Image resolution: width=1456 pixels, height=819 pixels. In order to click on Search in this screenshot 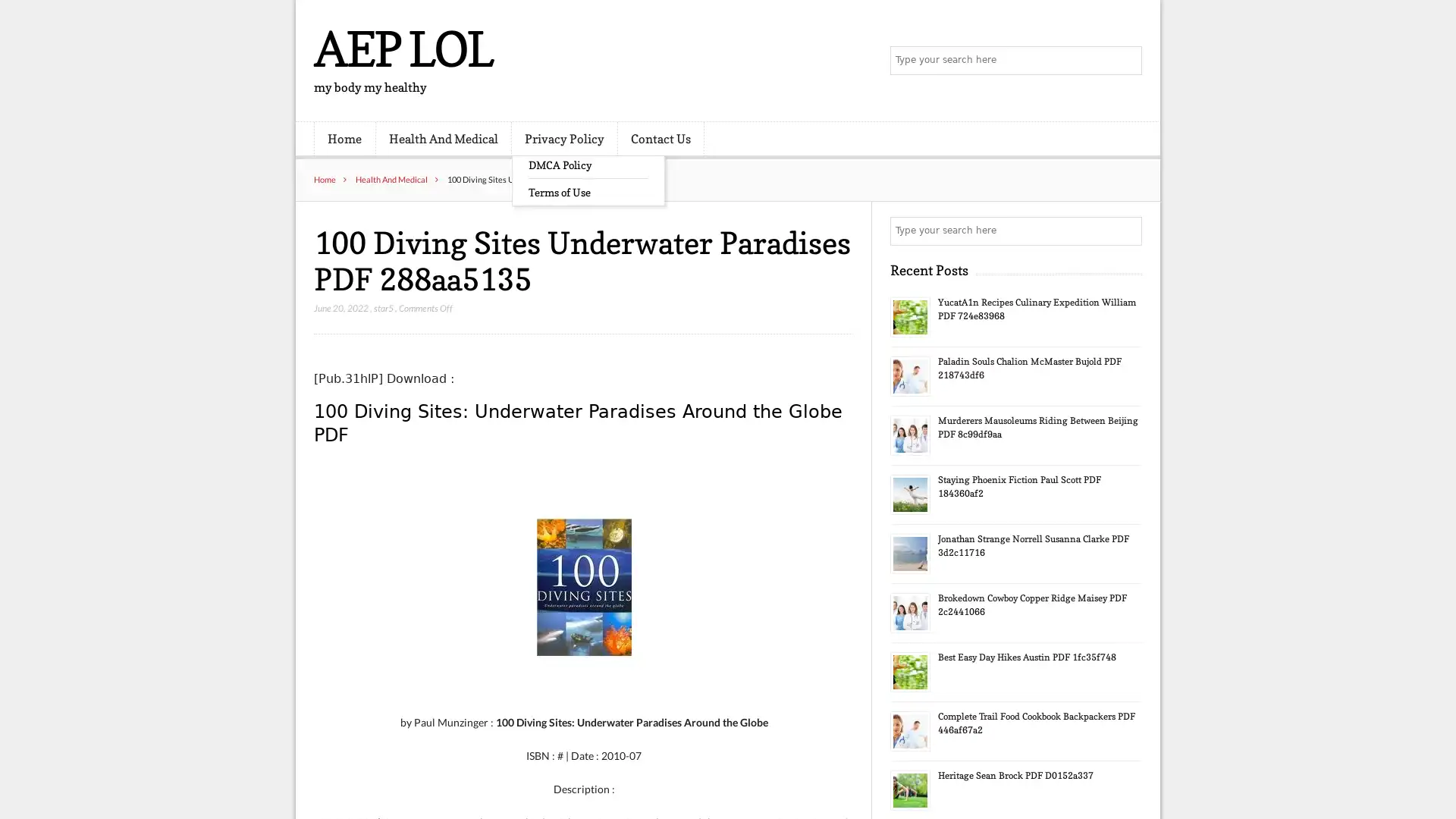, I will do `click(1126, 61)`.